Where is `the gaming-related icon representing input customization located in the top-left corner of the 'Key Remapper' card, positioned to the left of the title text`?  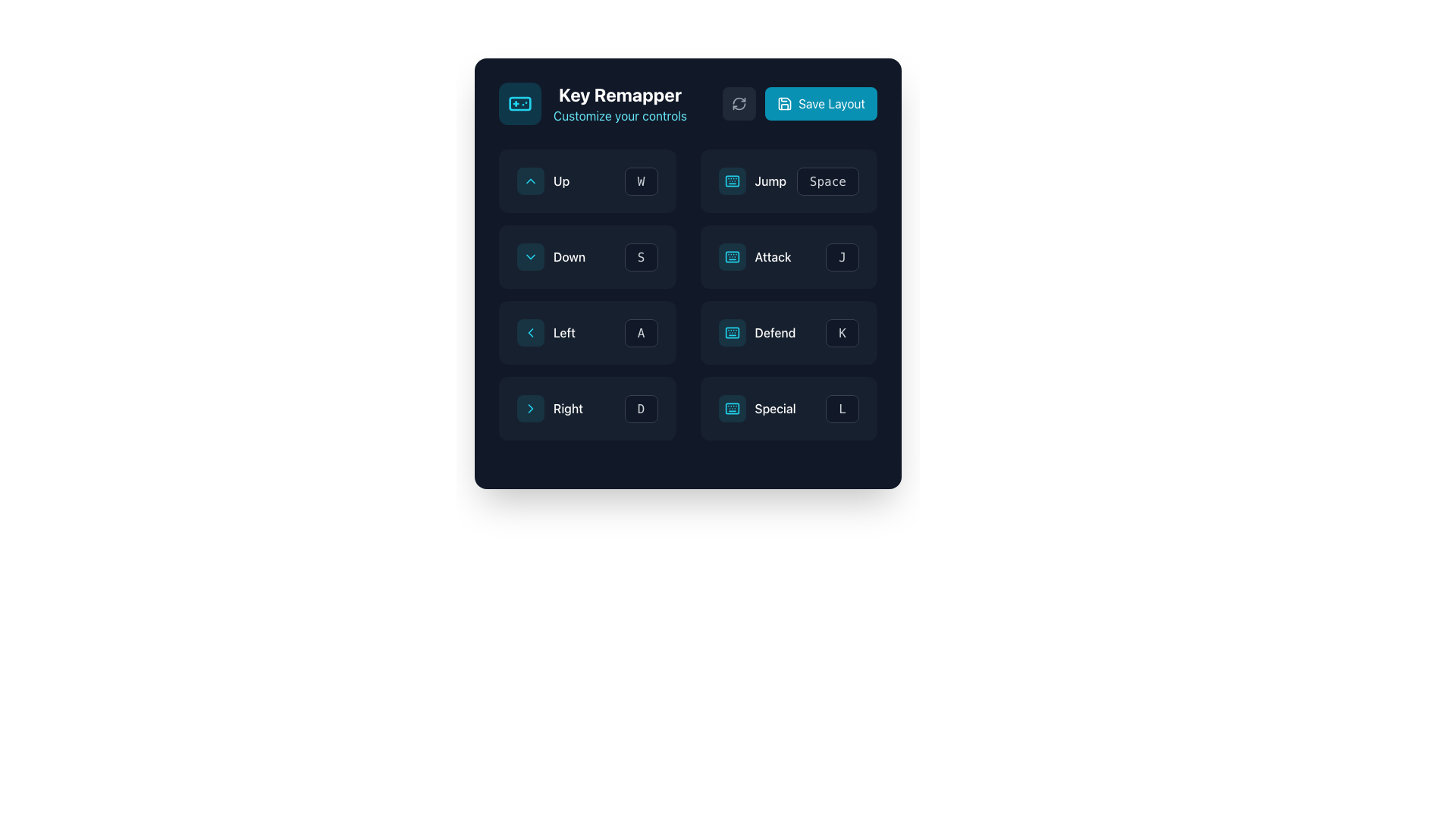
the gaming-related icon representing input customization located in the top-left corner of the 'Key Remapper' card, positioned to the left of the title text is located at coordinates (520, 103).